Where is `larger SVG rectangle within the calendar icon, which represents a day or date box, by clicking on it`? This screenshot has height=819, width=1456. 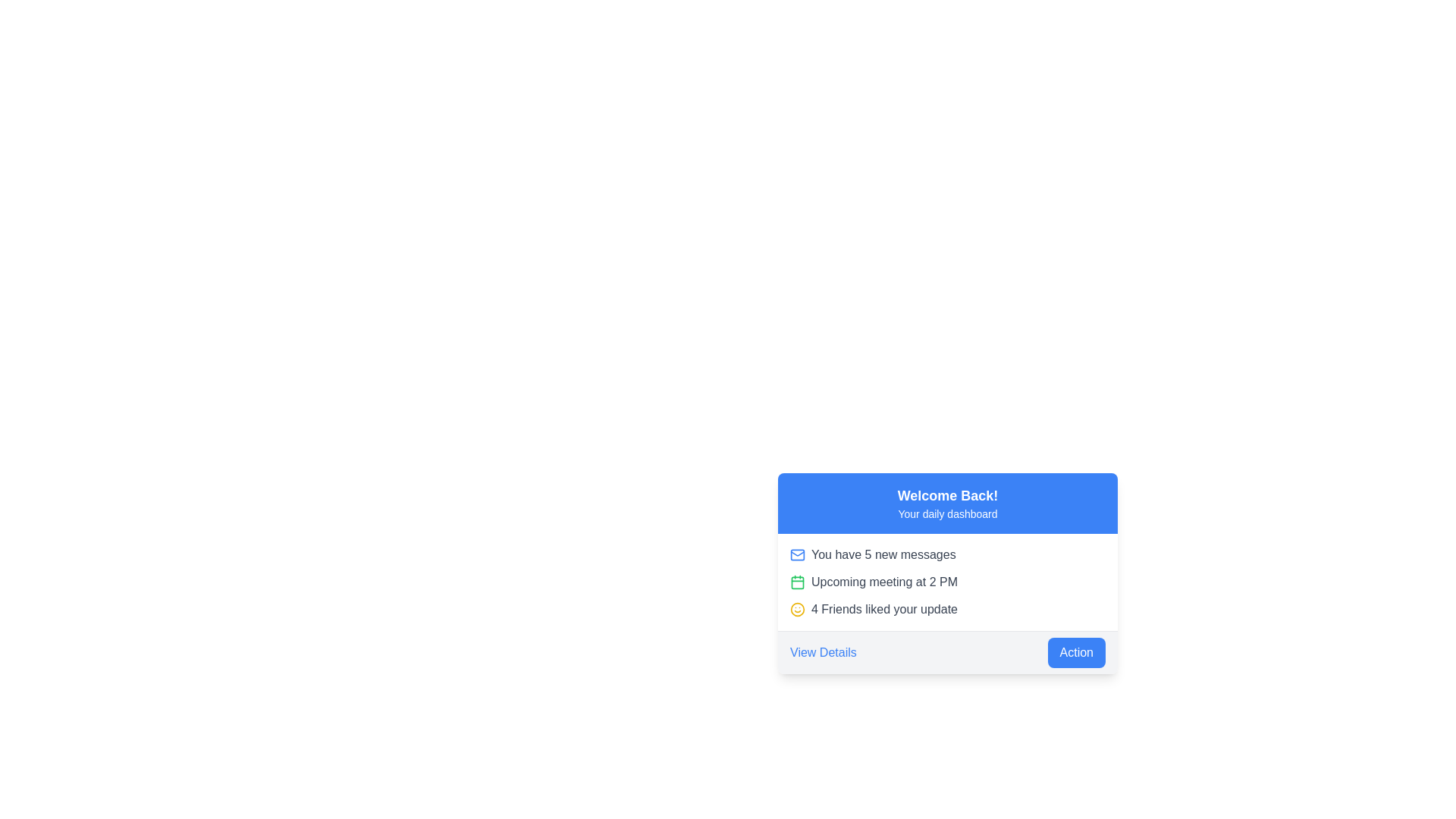
larger SVG rectangle within the calendar icon, which represents a day or date box, by clicking on it is located at coordinates (796, 581).